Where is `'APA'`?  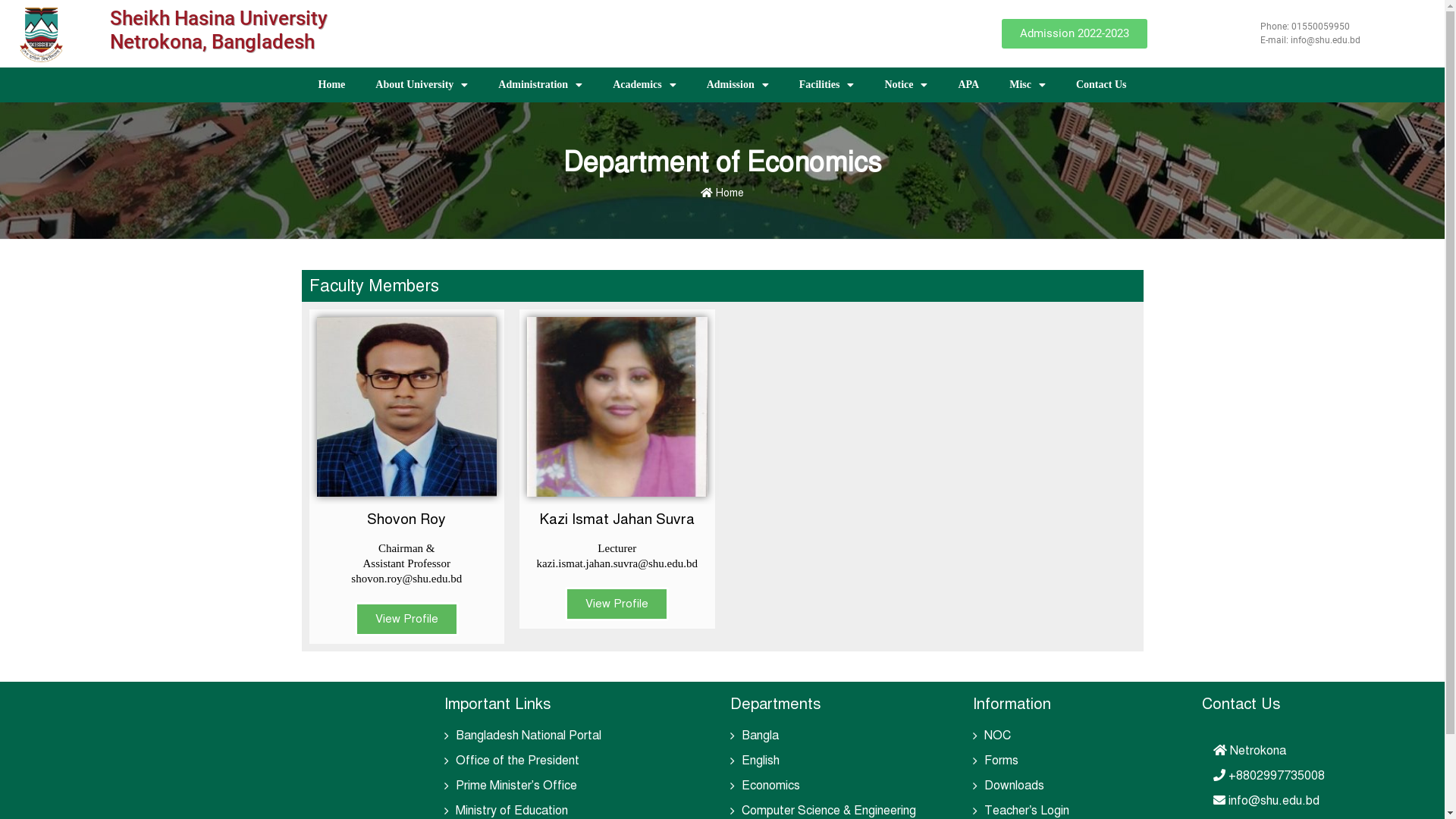 'APA' is located at coordinates (967, 84).